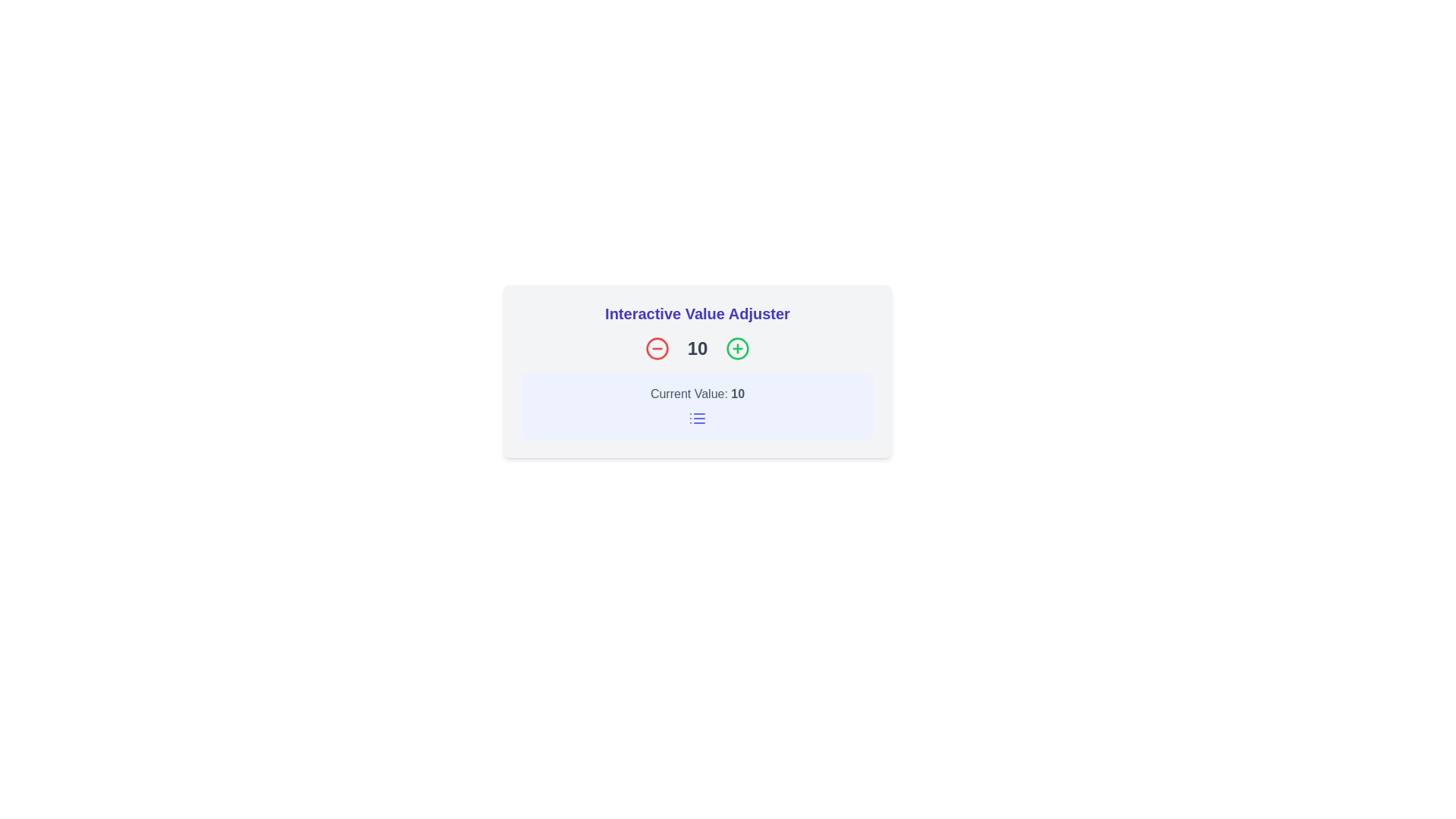 This screenshot has width=1456, height=819. Describe the element at coordinates (697, 312) in the screenshot. I see `the bold blue text header labeled 'Interactive Value Adjuster' located at the top of the value adjustment interface` at that location.